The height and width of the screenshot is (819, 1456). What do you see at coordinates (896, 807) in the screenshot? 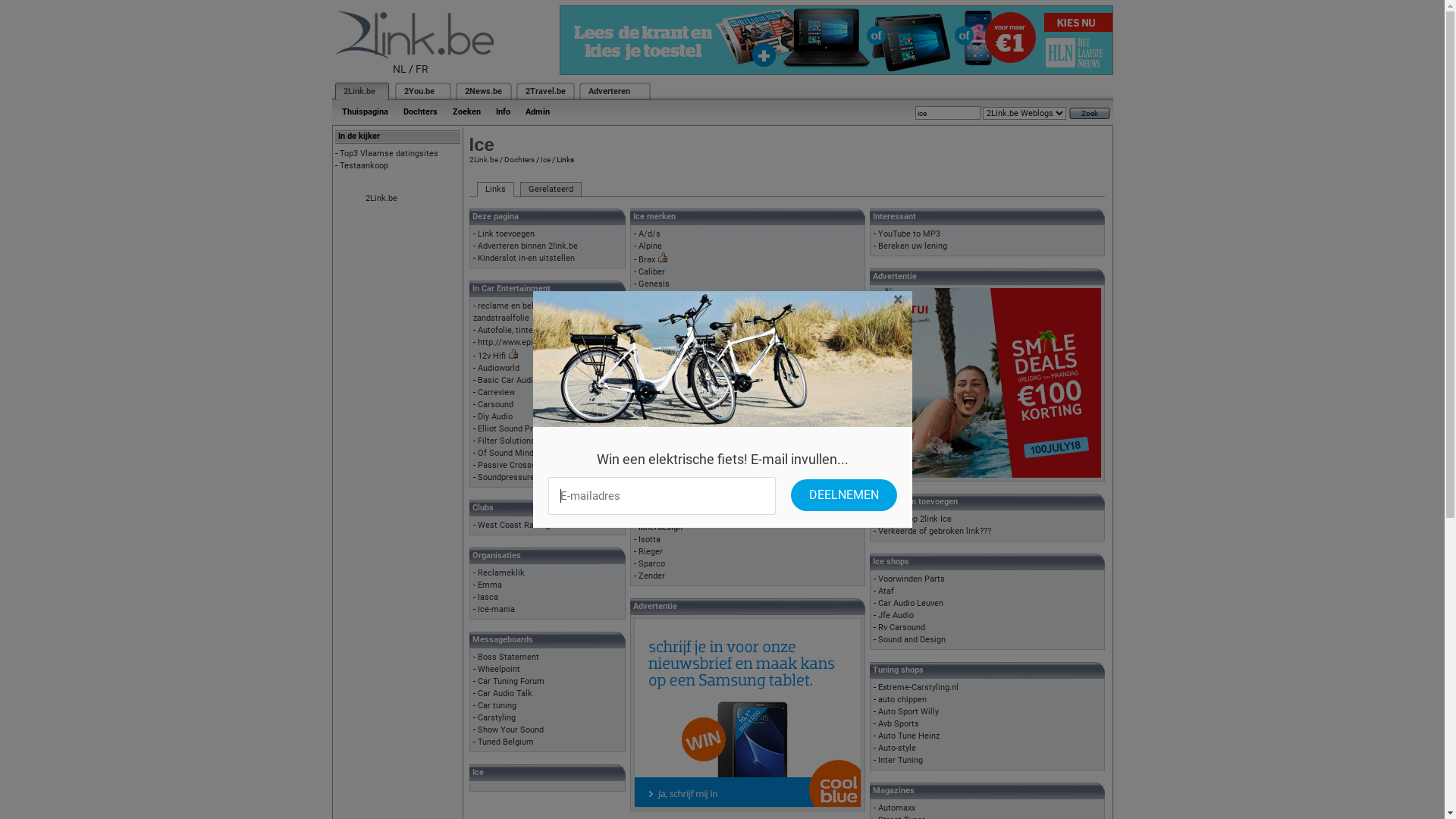
I see `'Automaxx'` at bounding box center [896, 807].